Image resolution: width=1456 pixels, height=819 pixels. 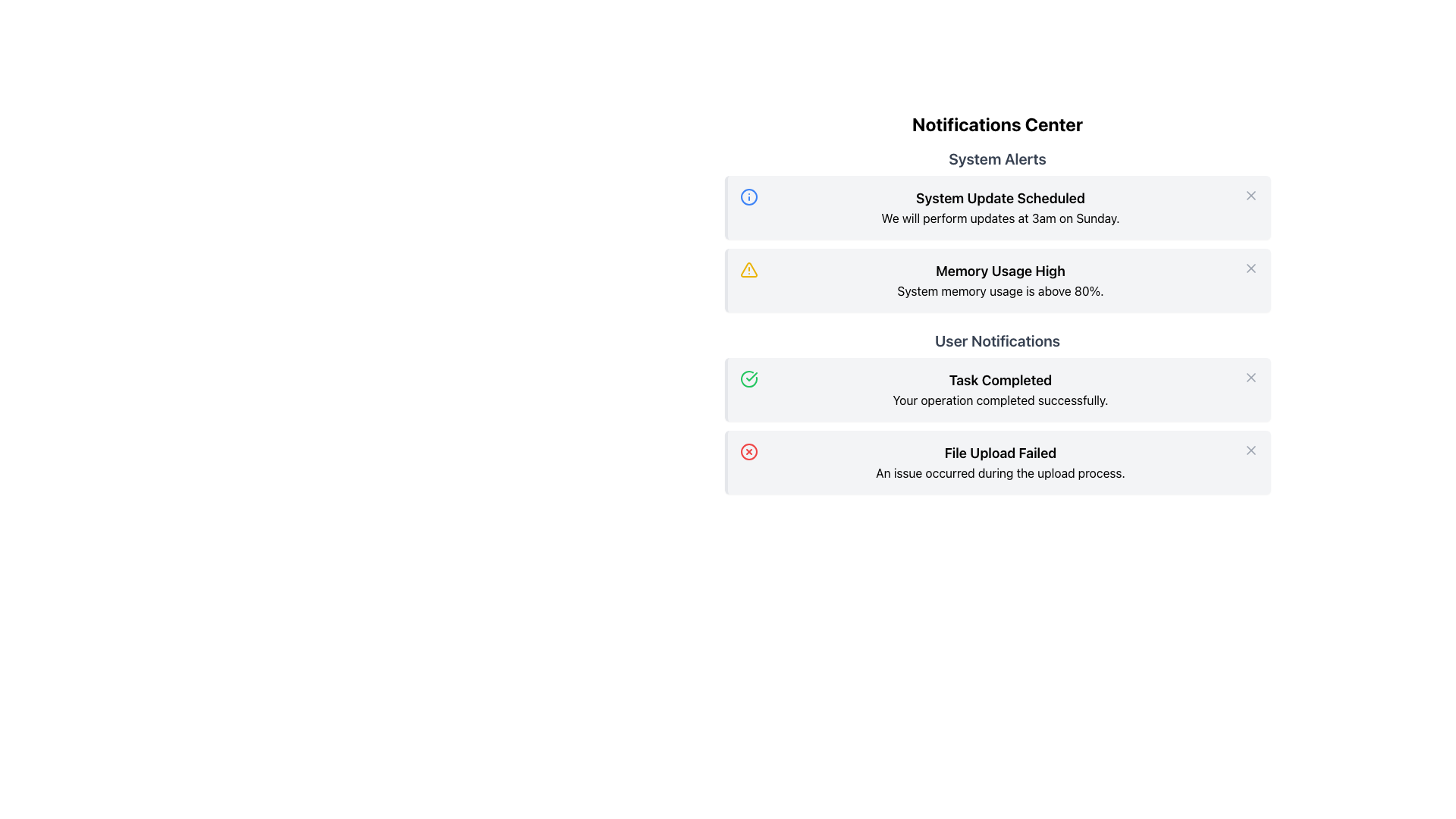 I want to click on displayed text message 'An issue occurred during the upload process.' from the Text Display located in the notification box below the title 'File Upload Failed.', so click(x=1000, y=472).